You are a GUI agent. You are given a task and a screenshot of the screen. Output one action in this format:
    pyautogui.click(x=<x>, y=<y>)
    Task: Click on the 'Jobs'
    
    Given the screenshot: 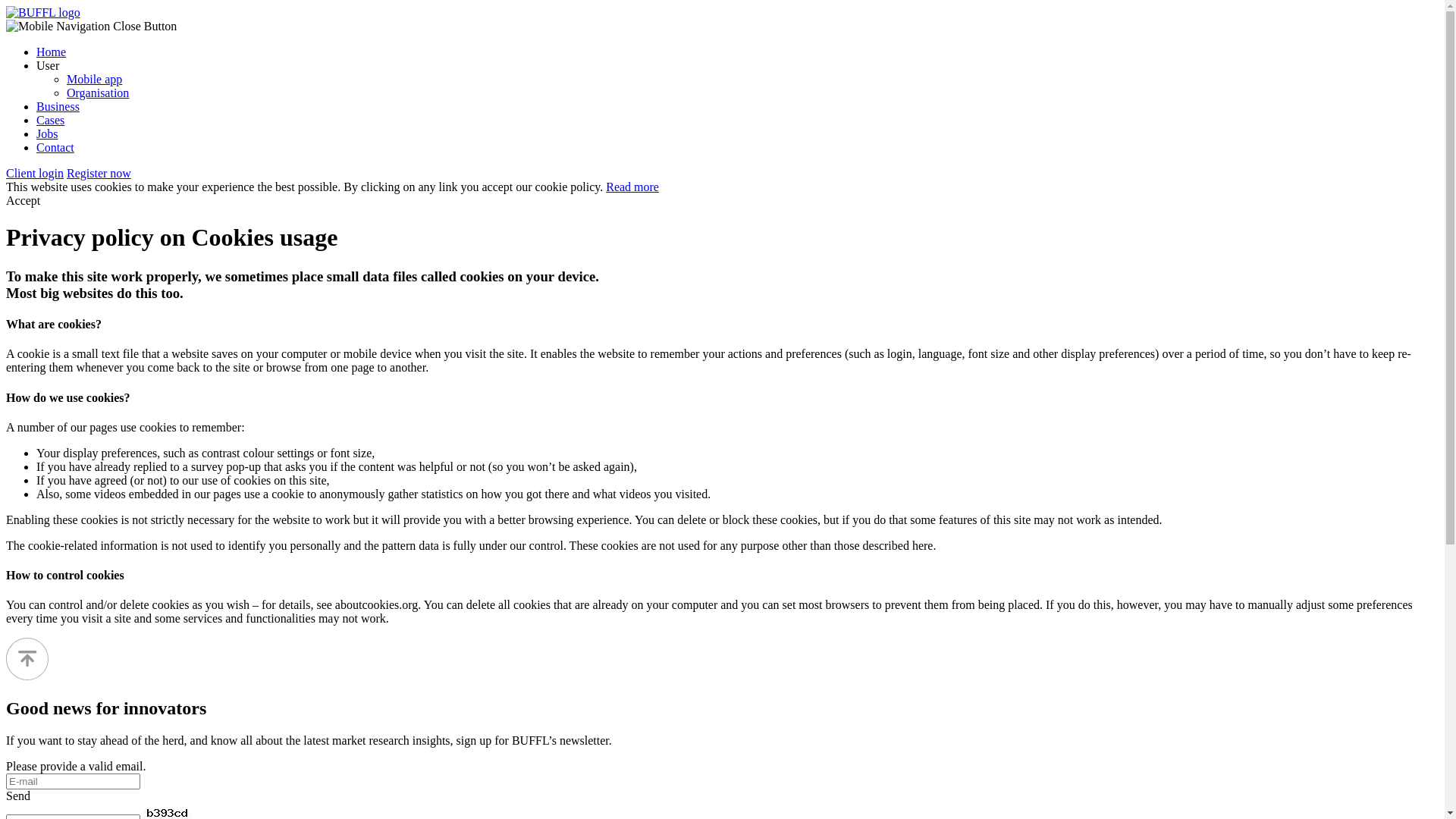 What is the action you would take?
    pyautogui.click(x=47, y=133)
    